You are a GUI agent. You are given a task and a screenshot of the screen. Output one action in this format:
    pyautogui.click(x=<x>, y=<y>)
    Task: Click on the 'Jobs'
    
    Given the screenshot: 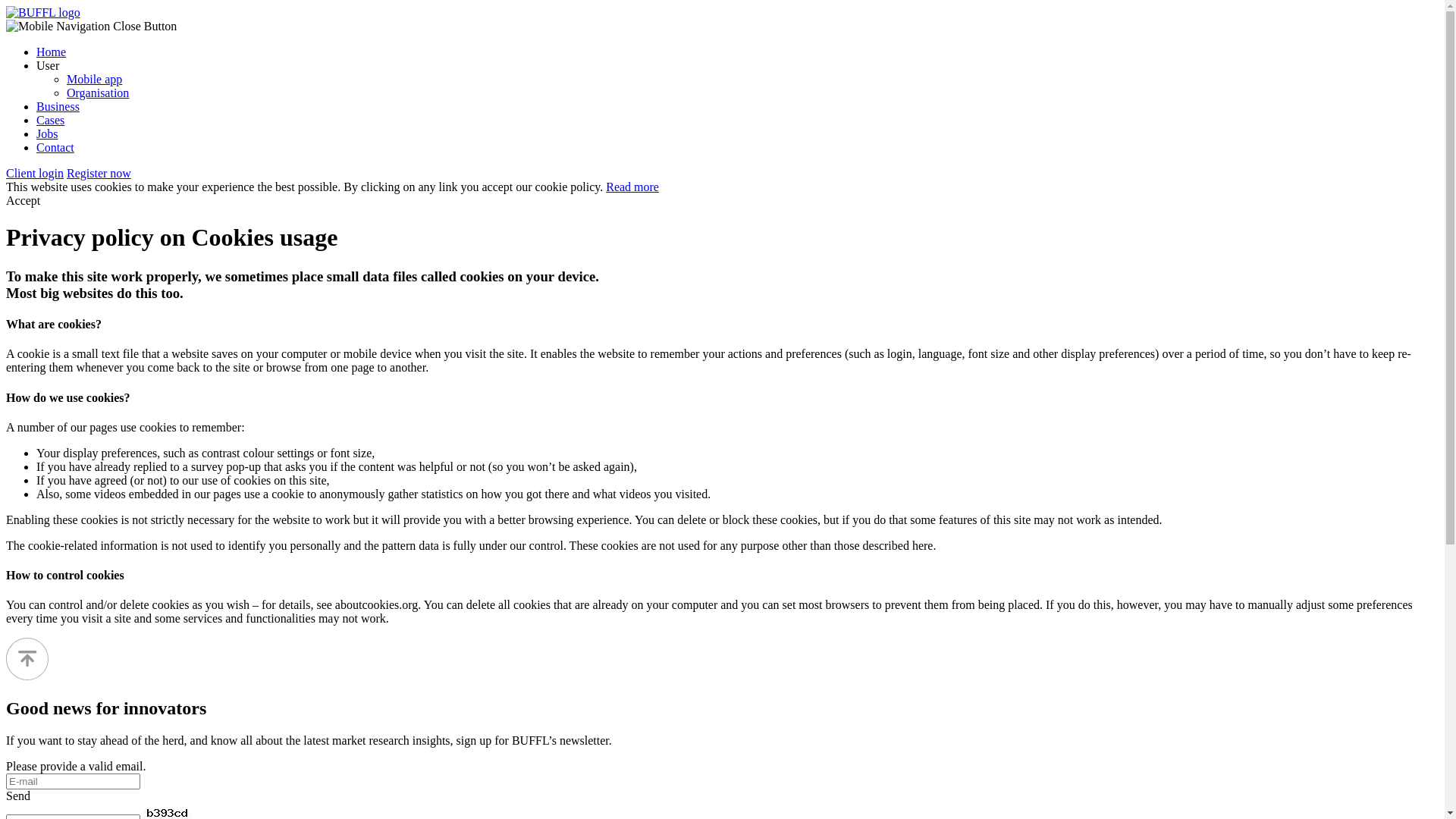 What is the action you would take?
    pyautogui.click(x=47, y=133)
    